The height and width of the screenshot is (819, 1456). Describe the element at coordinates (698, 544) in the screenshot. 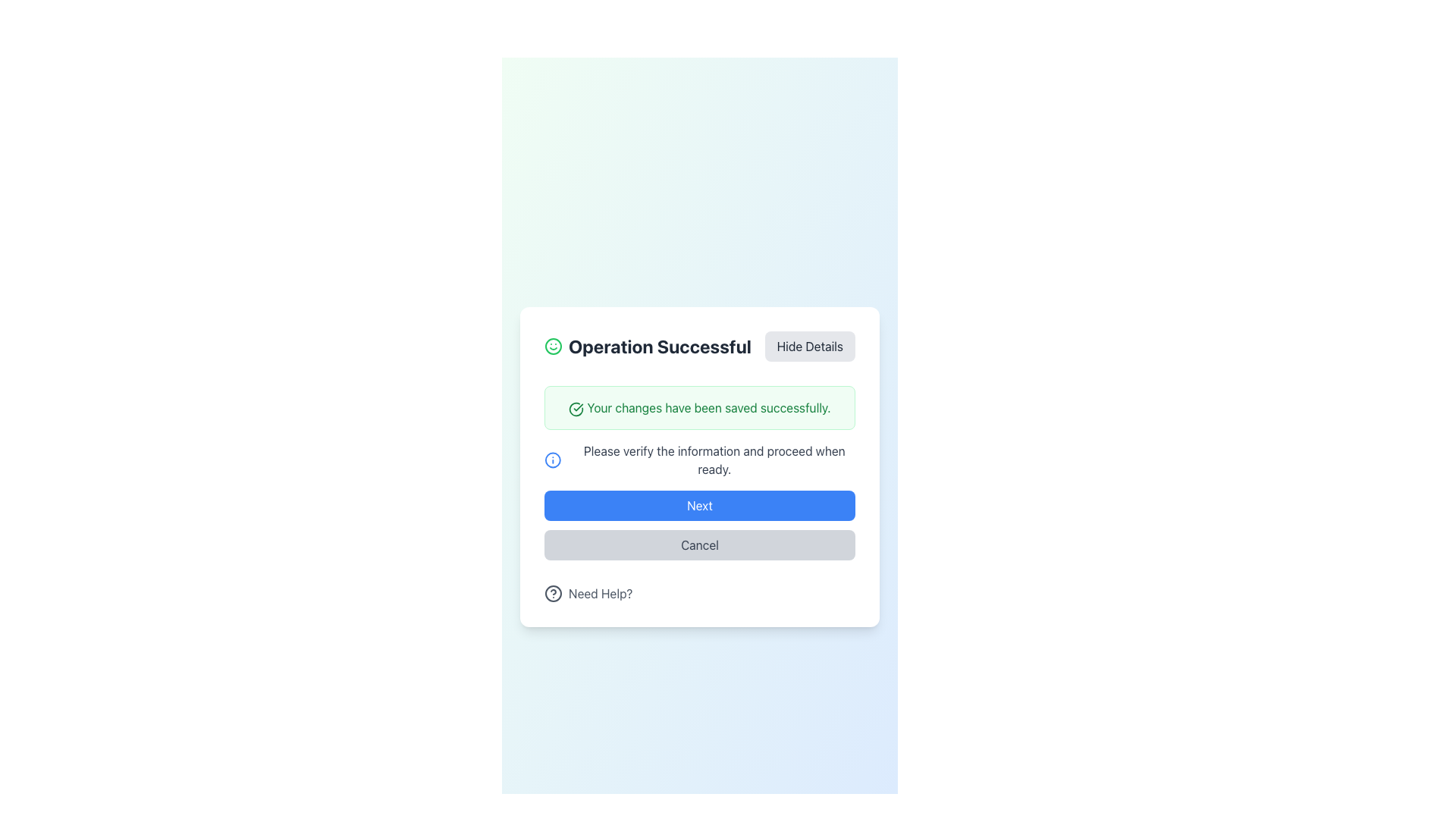

I see `the 'Cancel' button, which is a rectangular button with rounded corners, light gray background, and dark gray text, to observe a background color change` at that location.